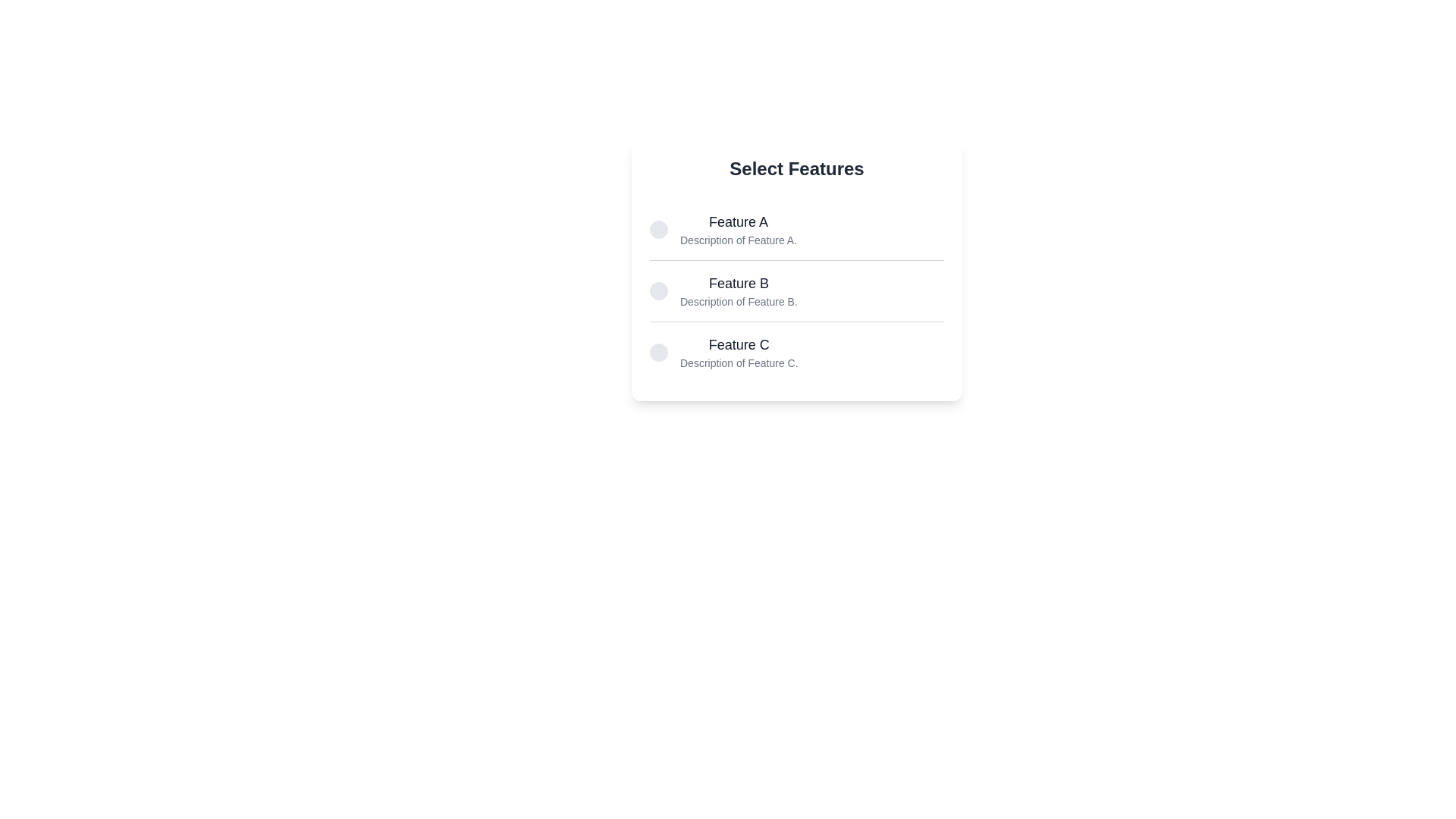 The width and height of the screenshot is (1456, 819). I want to click on the second Text label in the list, which displays the name and description of a feature, positioned between 'Feature A' and 'Feature C', so click(739, 291).